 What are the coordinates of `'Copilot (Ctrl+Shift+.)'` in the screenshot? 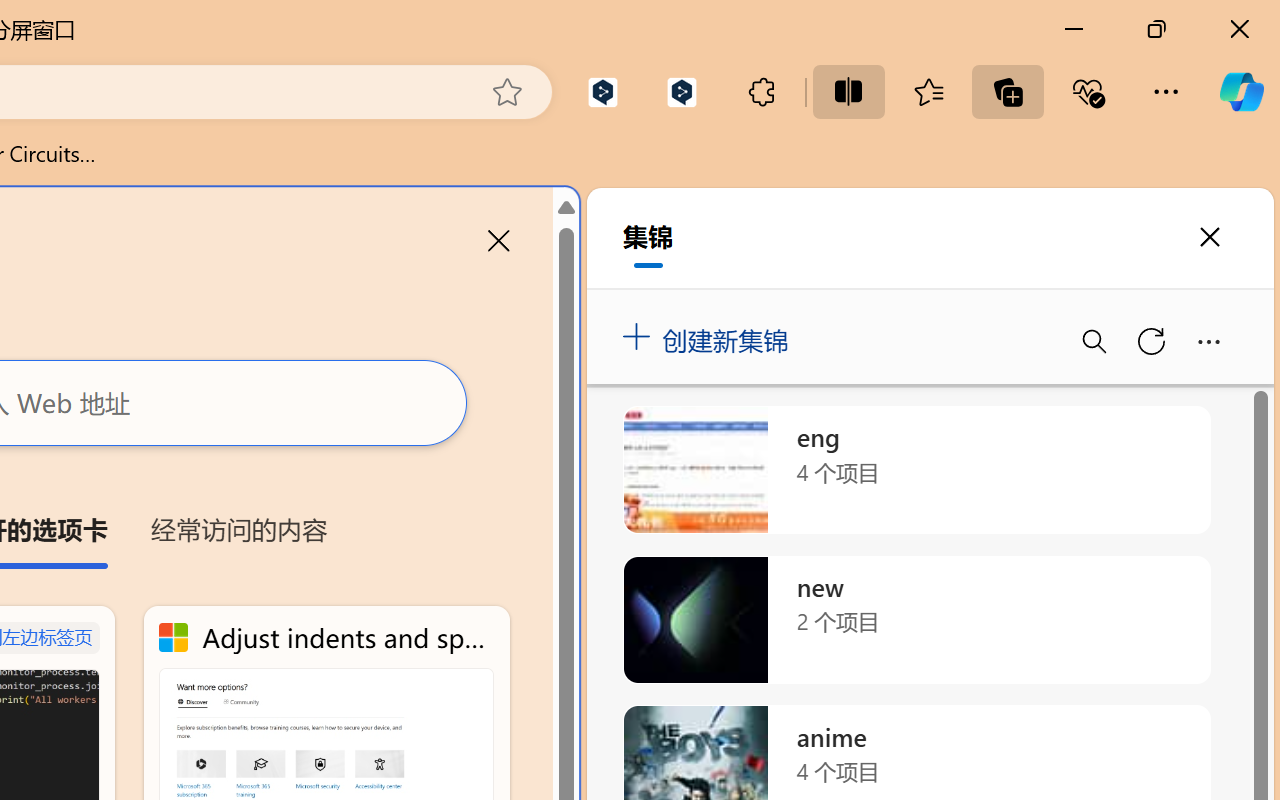 It's located at (1240, 91).